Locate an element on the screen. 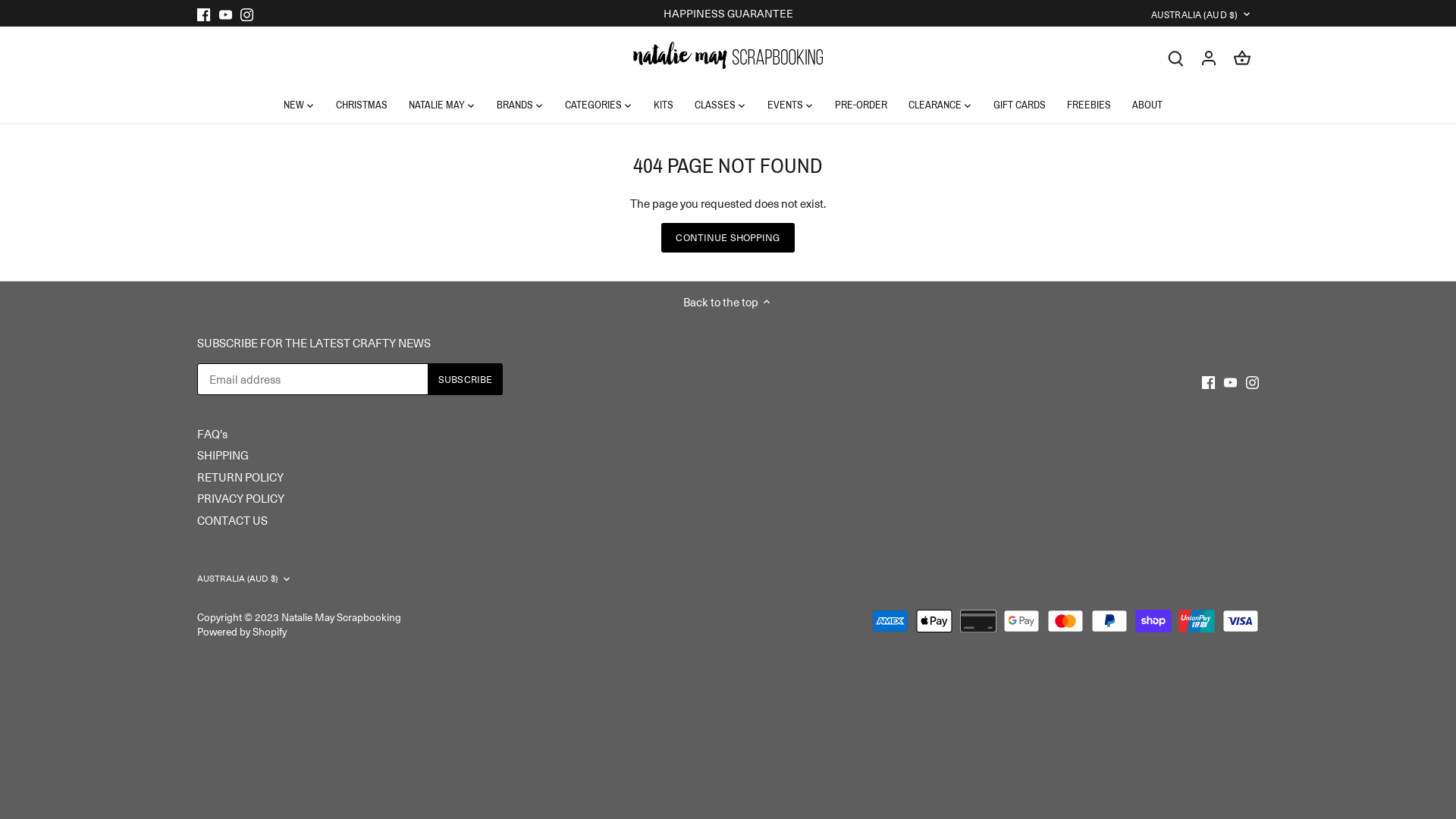  'NATALIE MAY' is located at coordinates (435, 104).